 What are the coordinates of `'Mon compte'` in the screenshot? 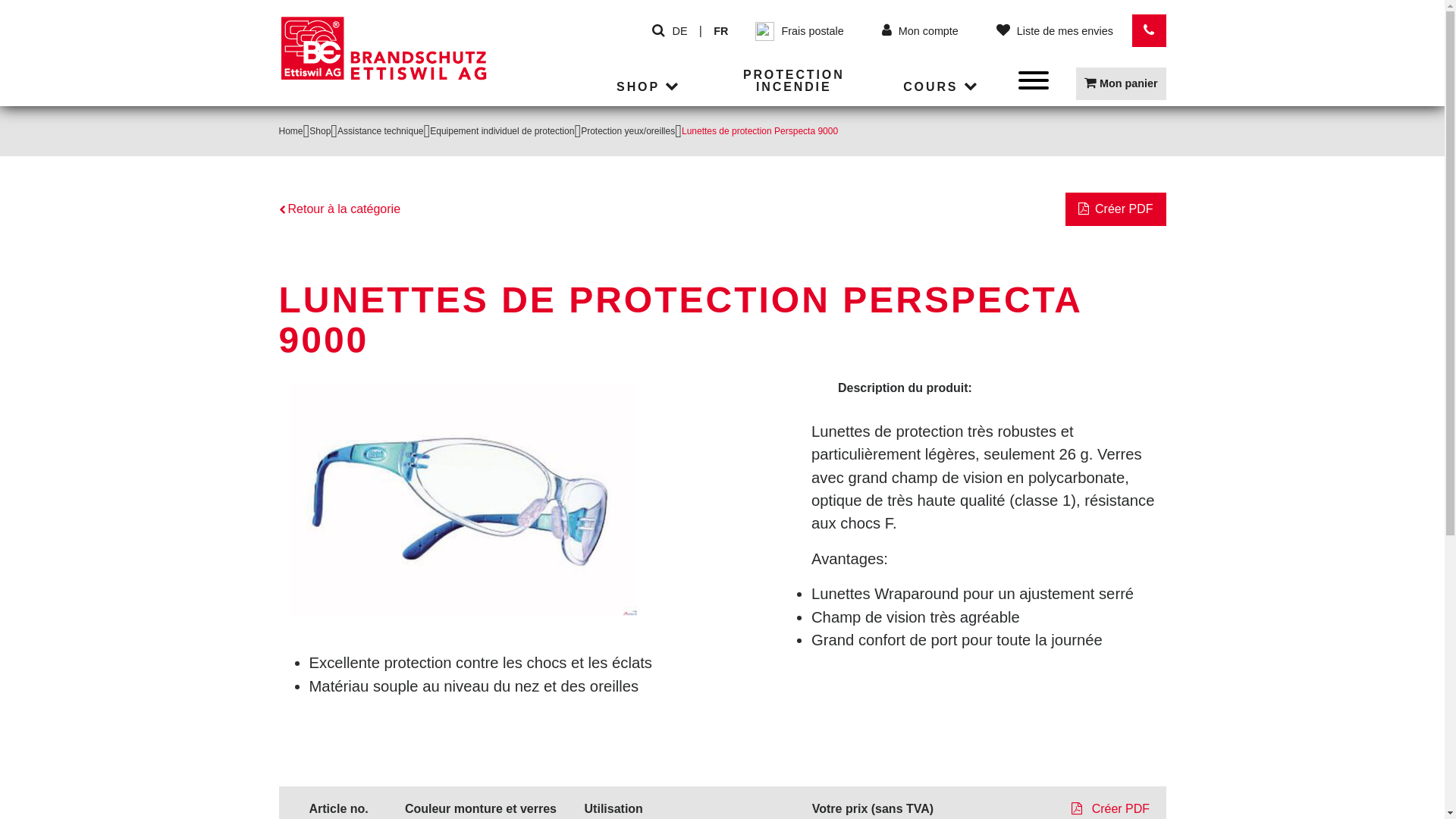 It's located at (919, 31).